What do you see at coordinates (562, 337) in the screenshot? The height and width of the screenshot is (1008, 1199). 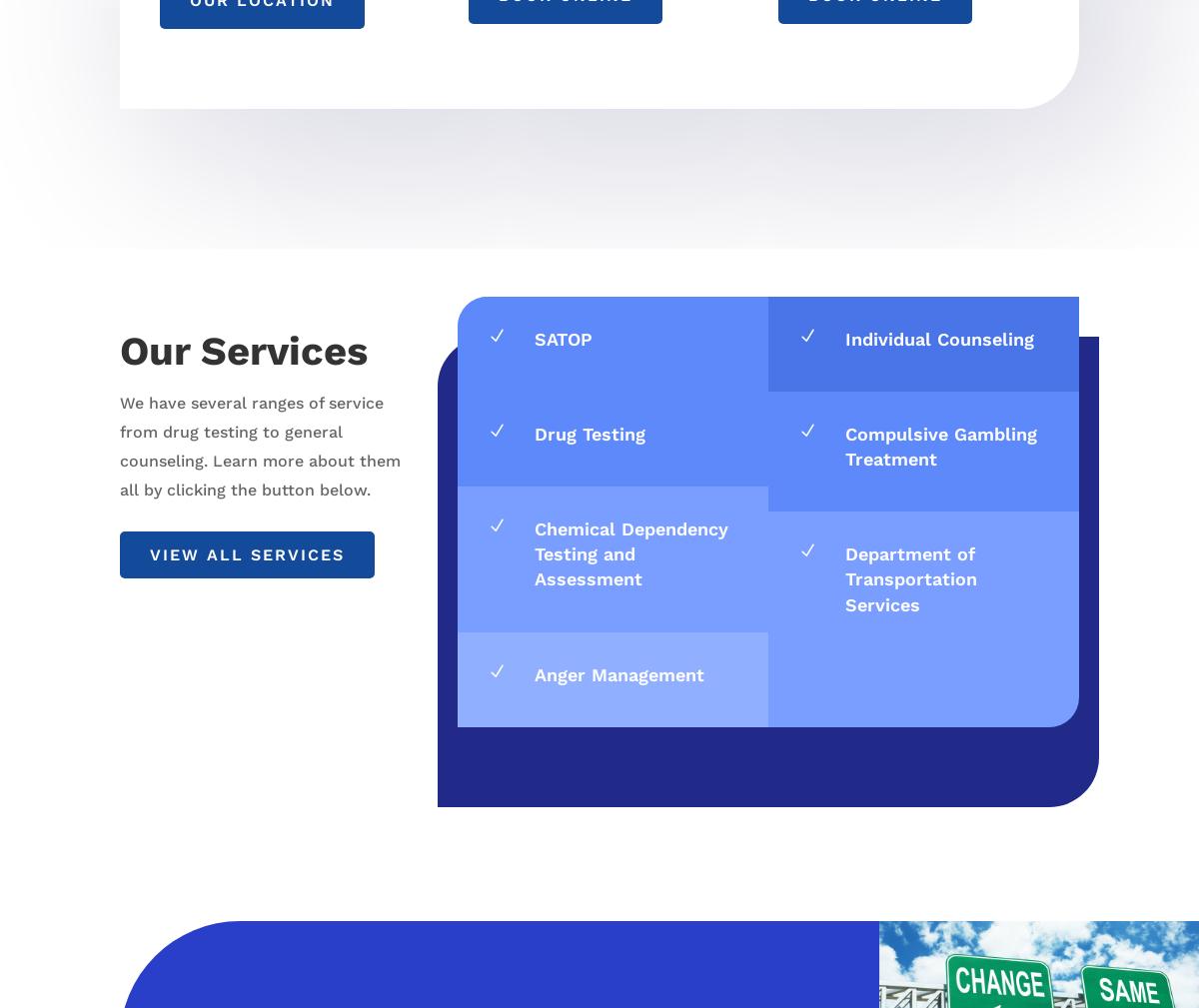 I see `'SATOP'` at bounding box center [562, 337].